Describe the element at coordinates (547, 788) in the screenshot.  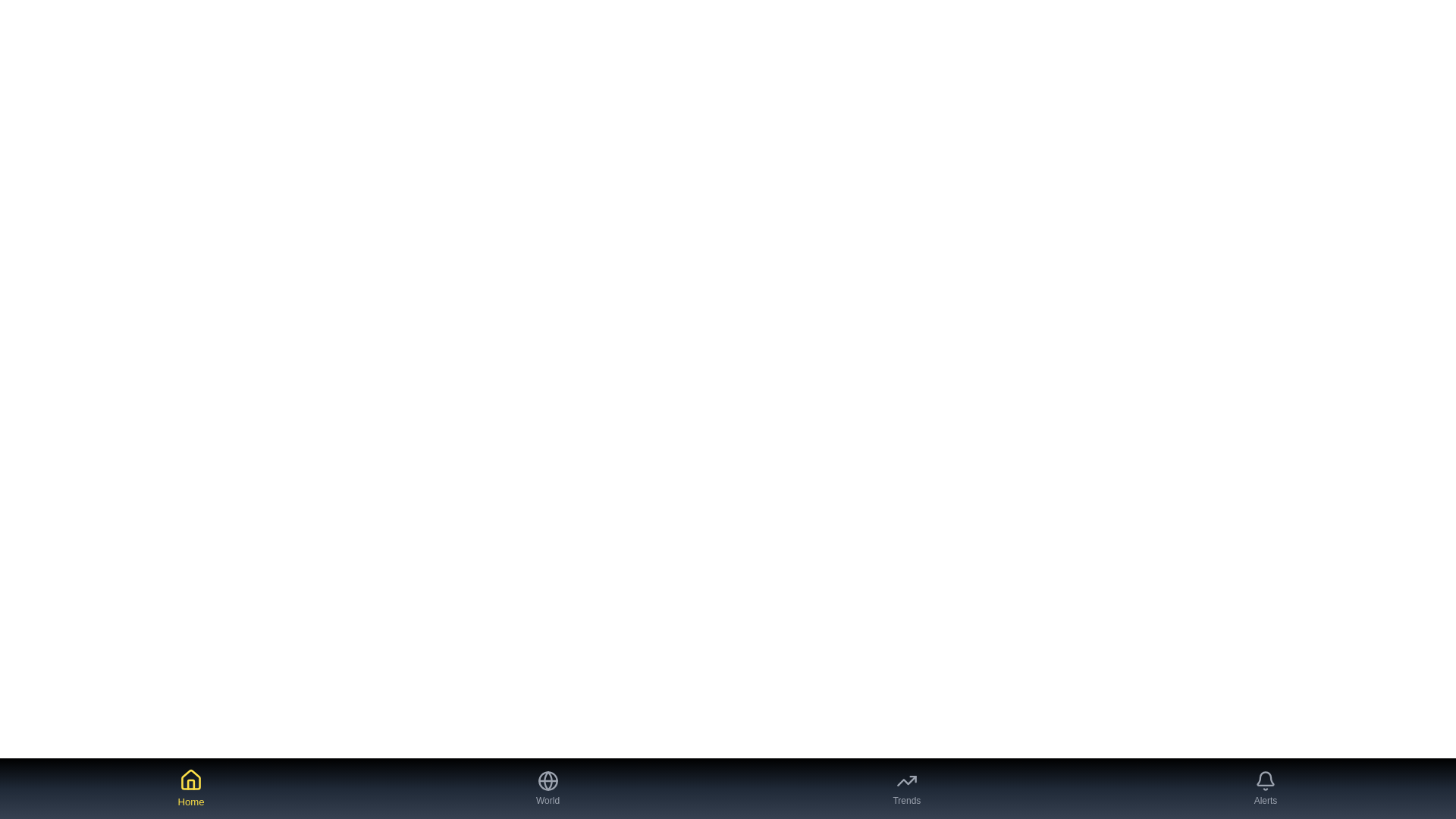
I see `the World tab to inspect its visual feedback` at that location.